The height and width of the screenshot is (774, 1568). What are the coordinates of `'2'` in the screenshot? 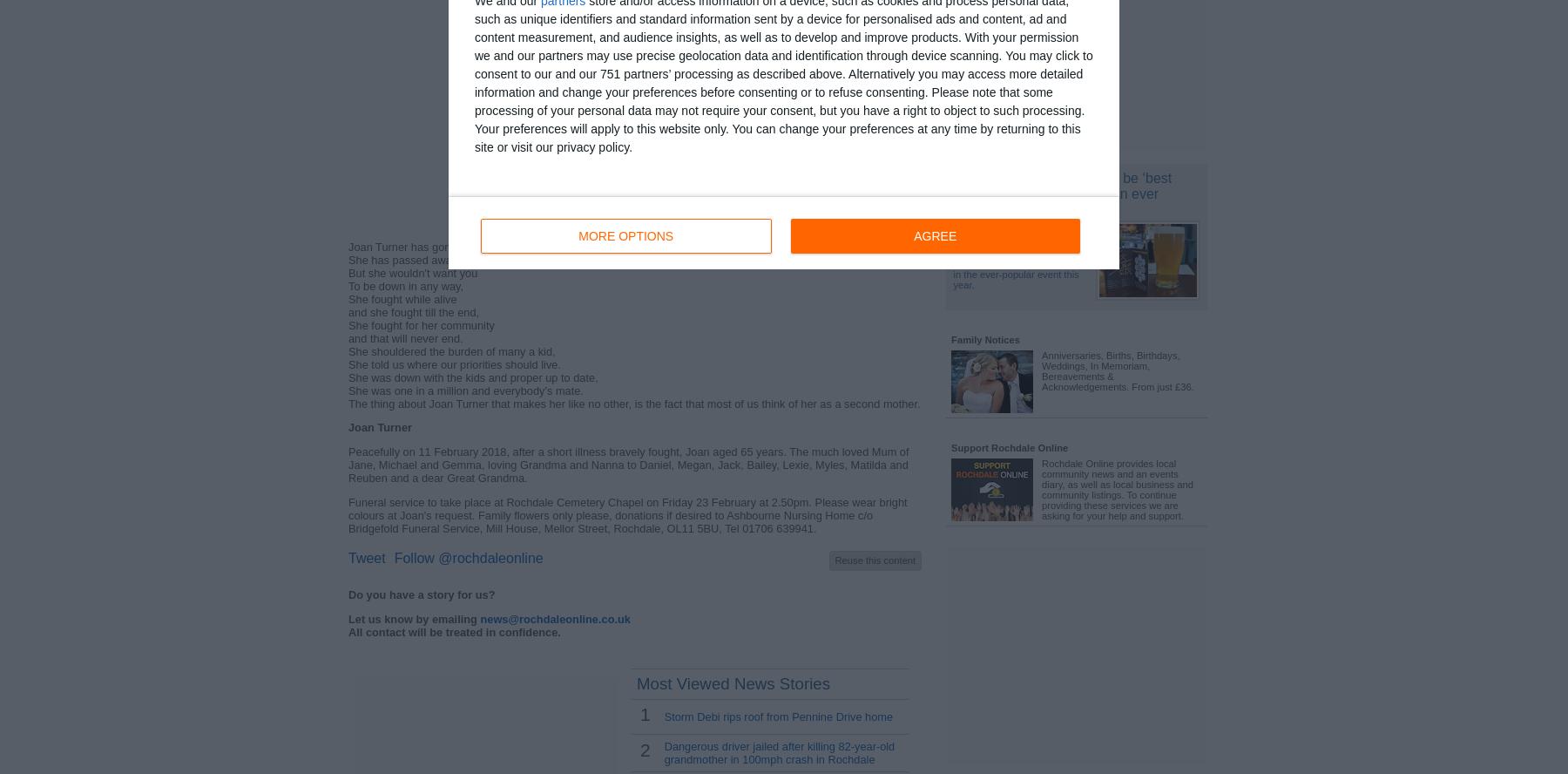 It's located at (643, 749).